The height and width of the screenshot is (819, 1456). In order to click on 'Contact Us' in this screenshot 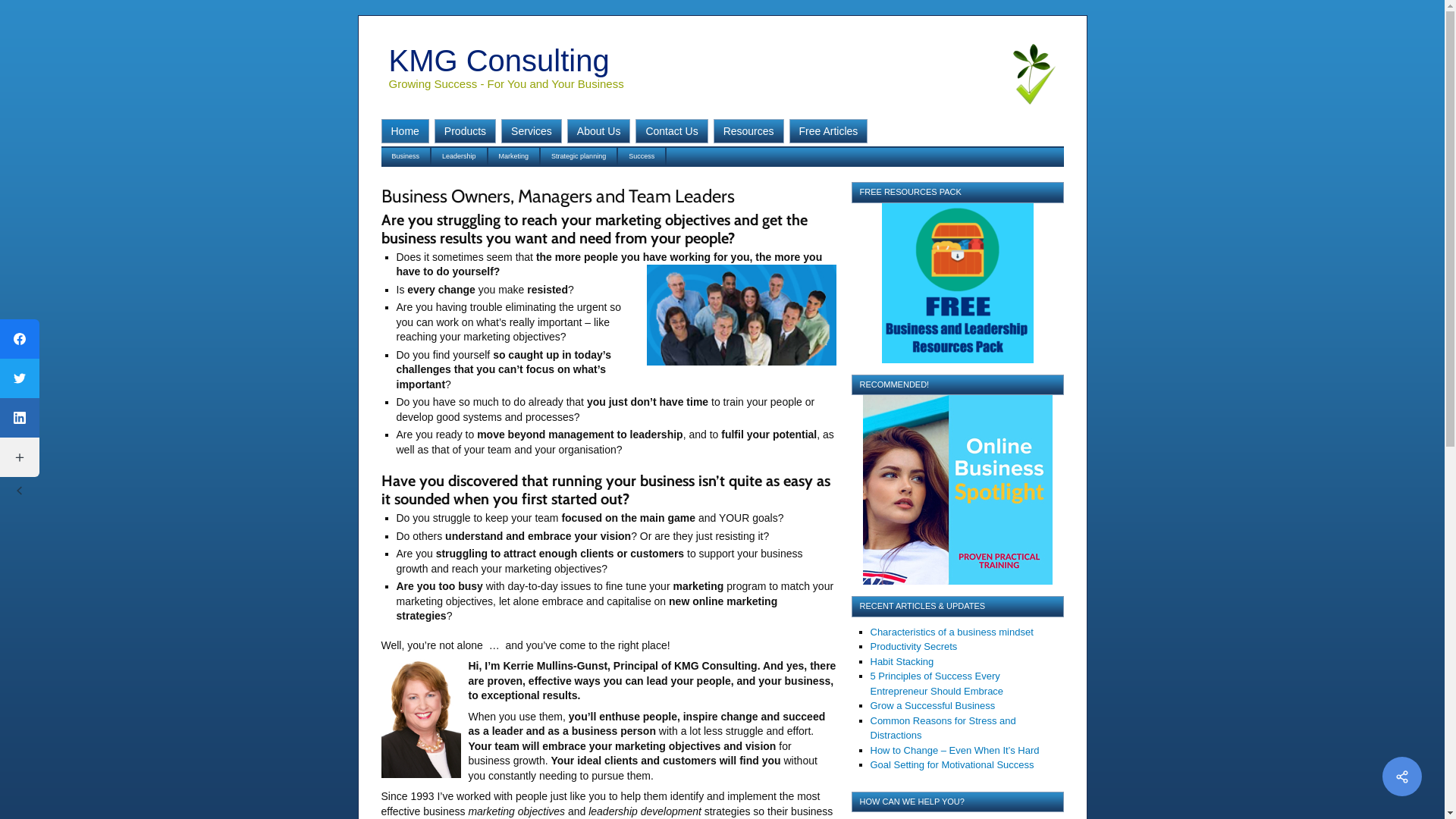, I will do `click(670, 130)`.